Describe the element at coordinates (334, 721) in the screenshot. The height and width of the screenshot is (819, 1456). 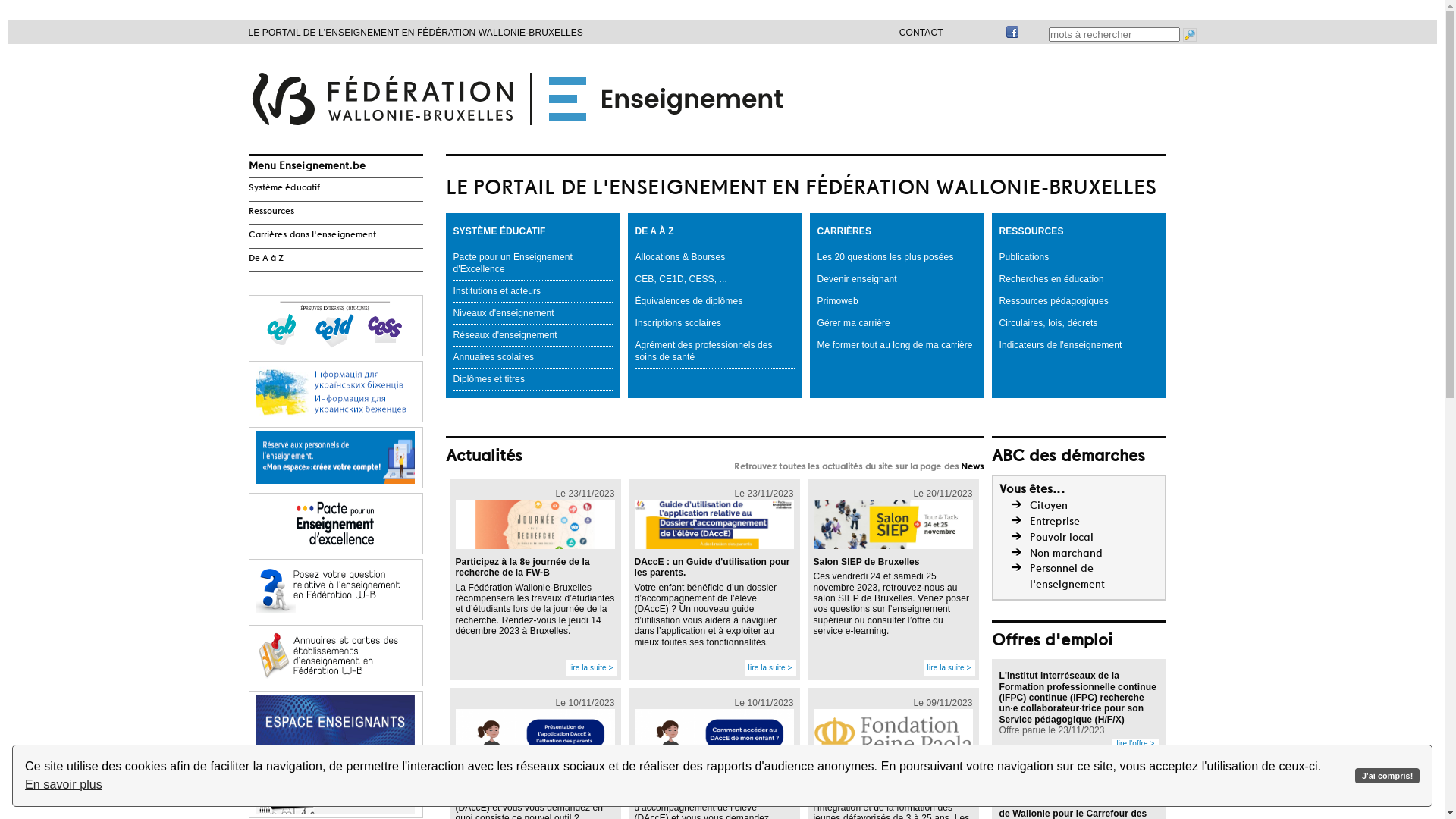
I see `'lien vers la page espace enseignant                  '` at that location.